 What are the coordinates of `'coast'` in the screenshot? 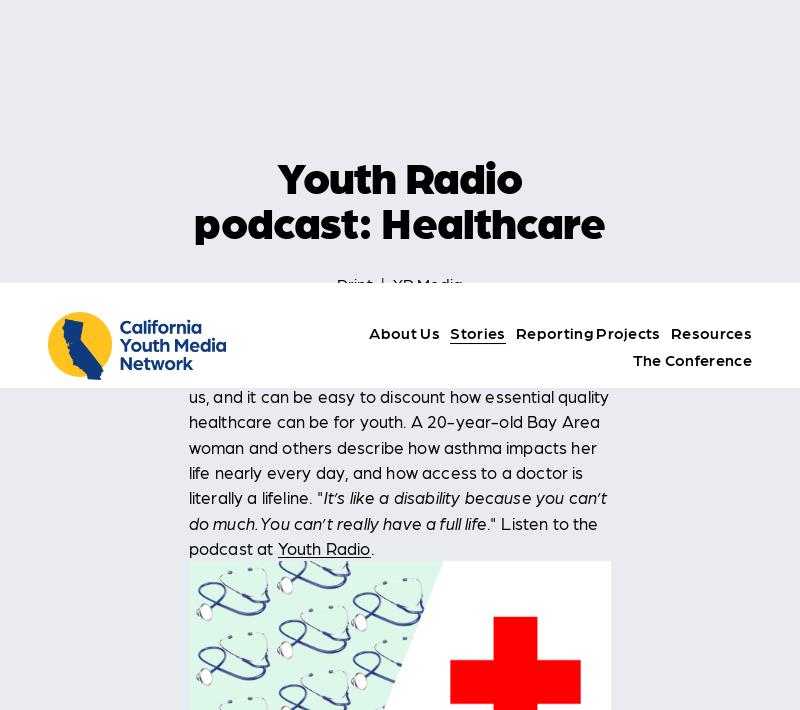 It's located at (362, 653).